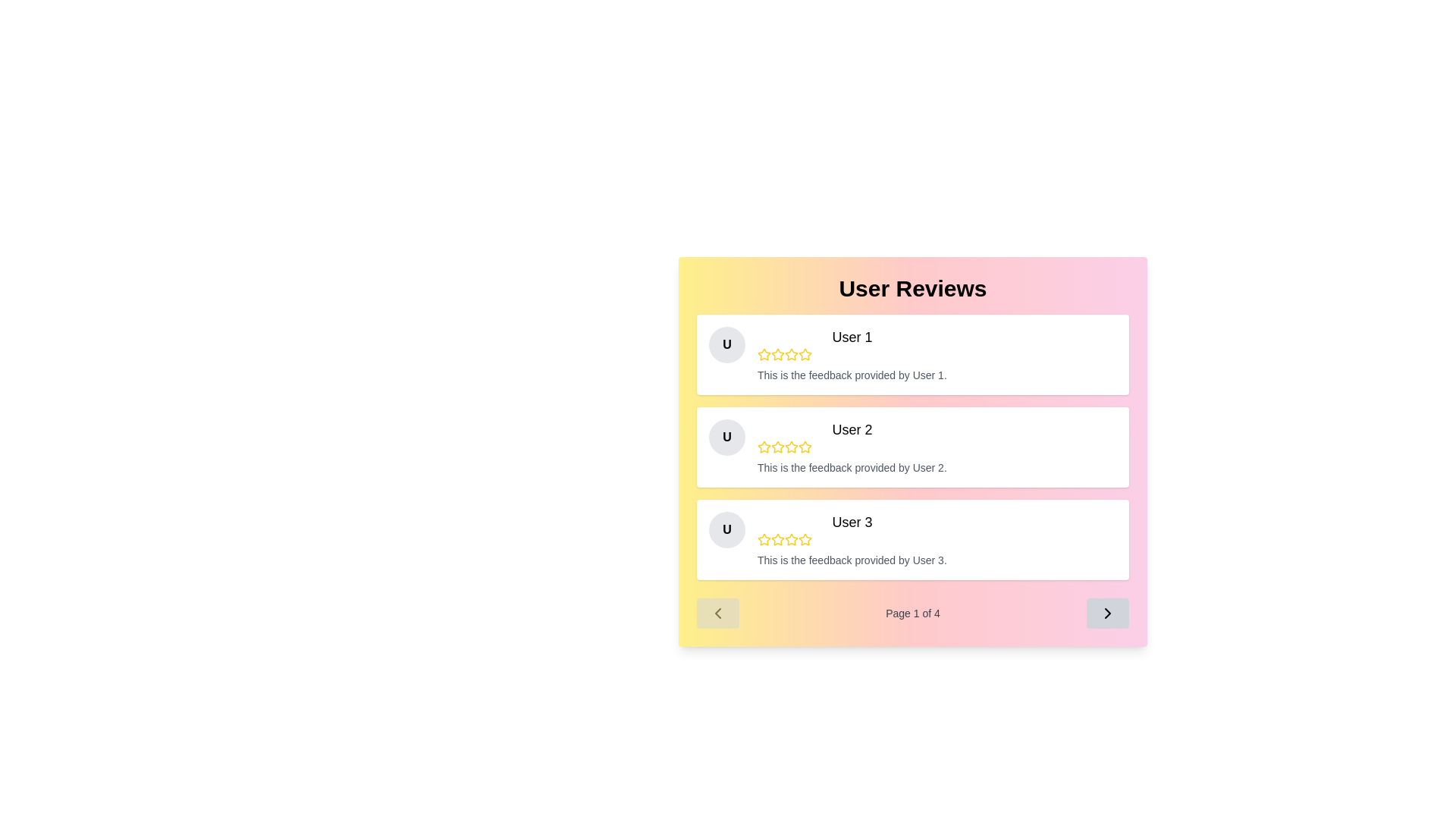  I want to click on the fifth clickable rating star icon, so click(804, 539).